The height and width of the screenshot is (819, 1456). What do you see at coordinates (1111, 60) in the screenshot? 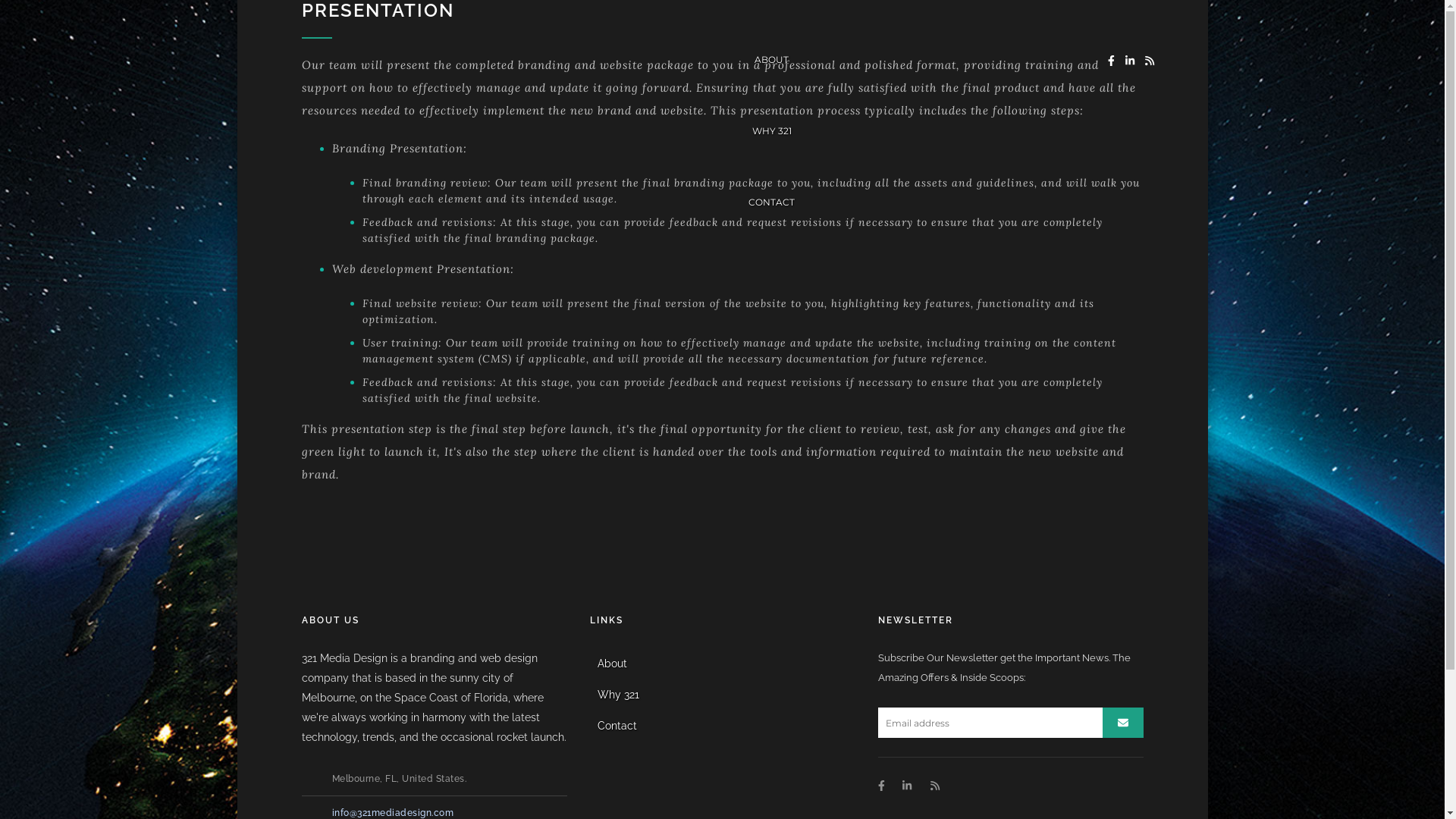
I see `'Facebook'` at bounding box center [1111, 60].